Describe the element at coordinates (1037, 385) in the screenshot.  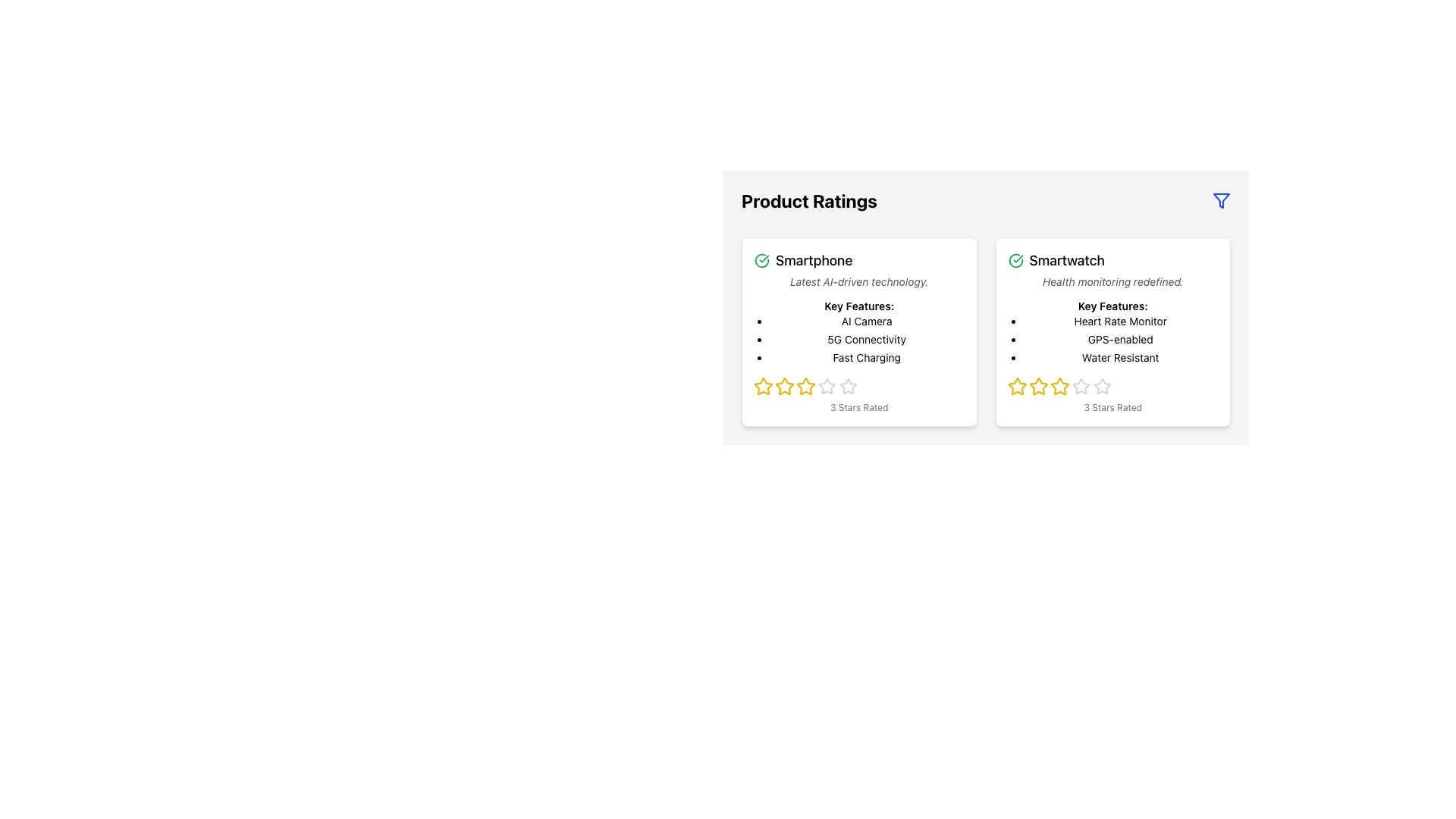
I see `the second star-shaped icon with a yellow outline in the rating section of the 'Smartwatch' card, which is the second star from the left among five stars` at that location.